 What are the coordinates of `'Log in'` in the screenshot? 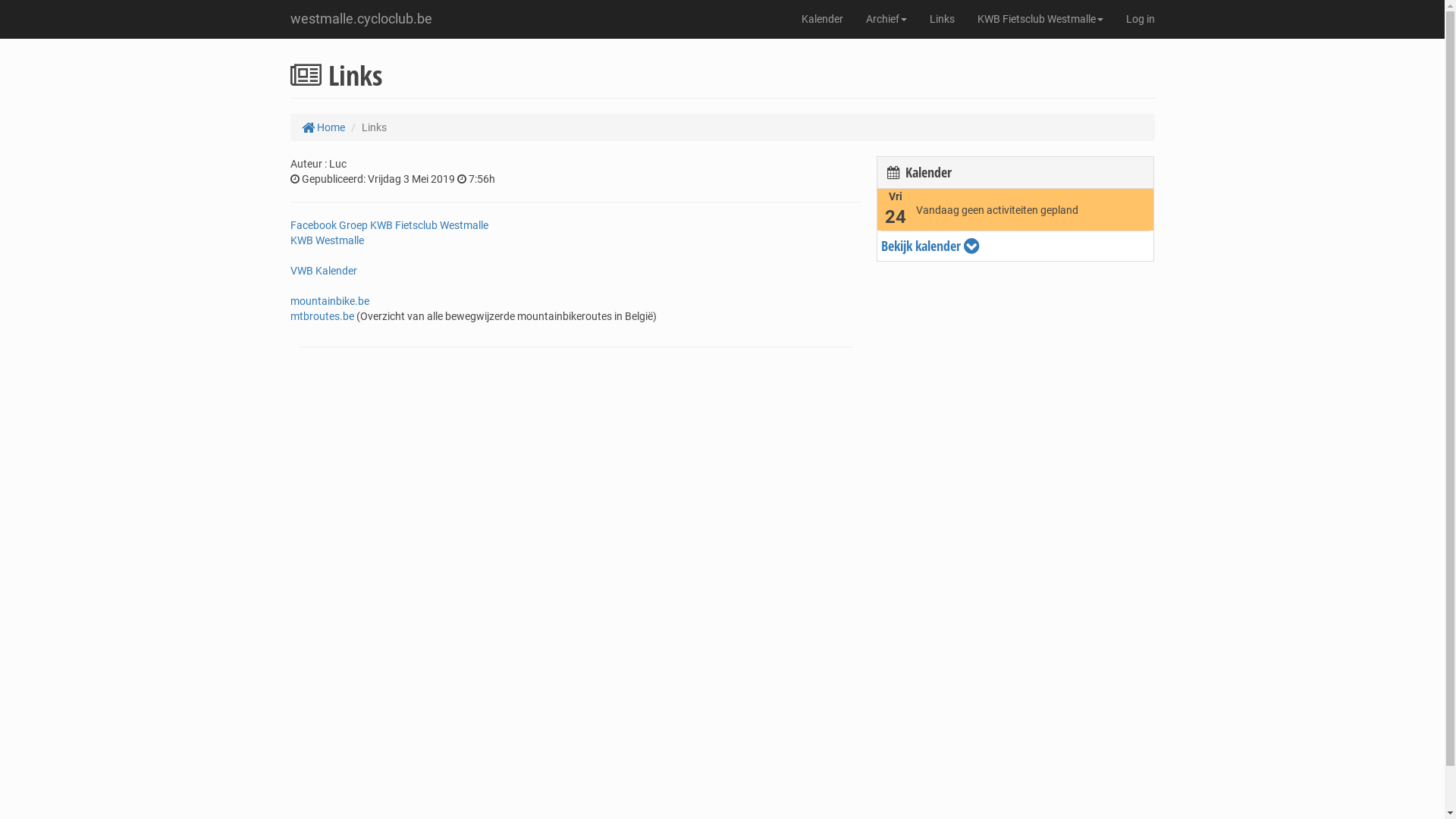 It's located at (1140, 18).